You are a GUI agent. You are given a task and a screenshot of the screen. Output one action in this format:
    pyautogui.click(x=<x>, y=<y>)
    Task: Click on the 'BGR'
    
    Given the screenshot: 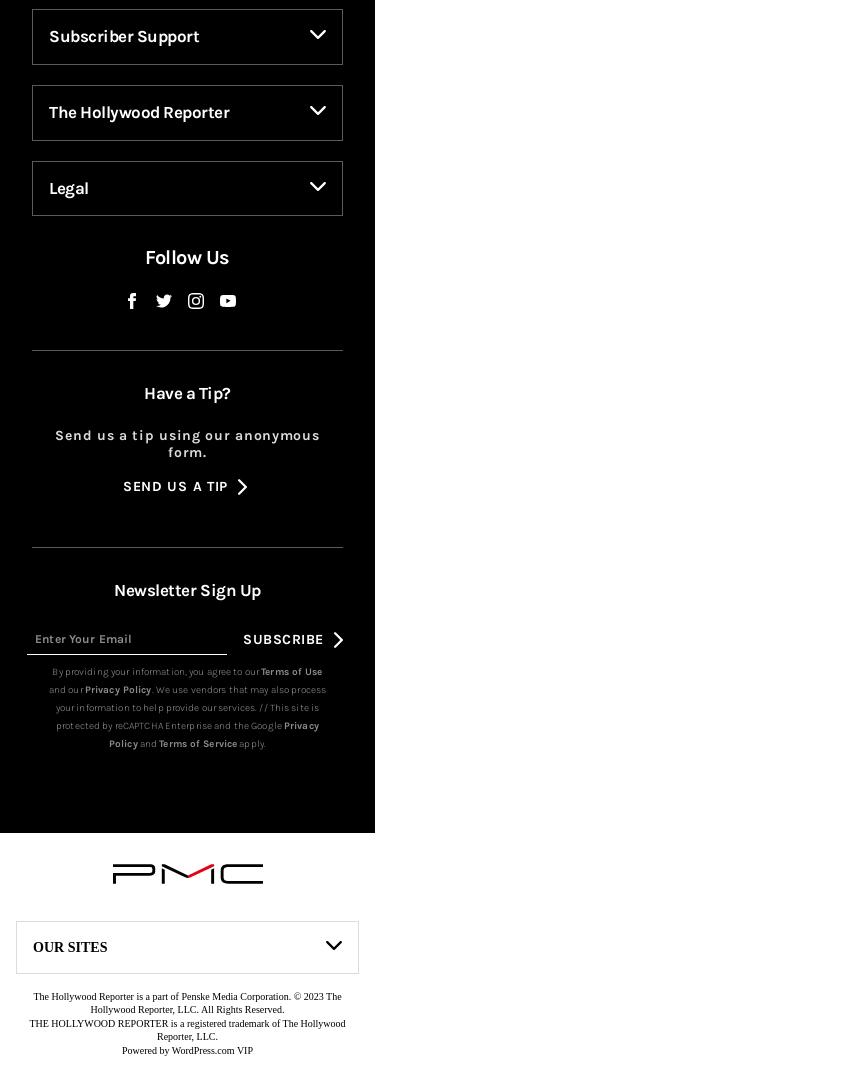 What is the action you would take?
    pyautogui.click(x=45, y=1045)
    